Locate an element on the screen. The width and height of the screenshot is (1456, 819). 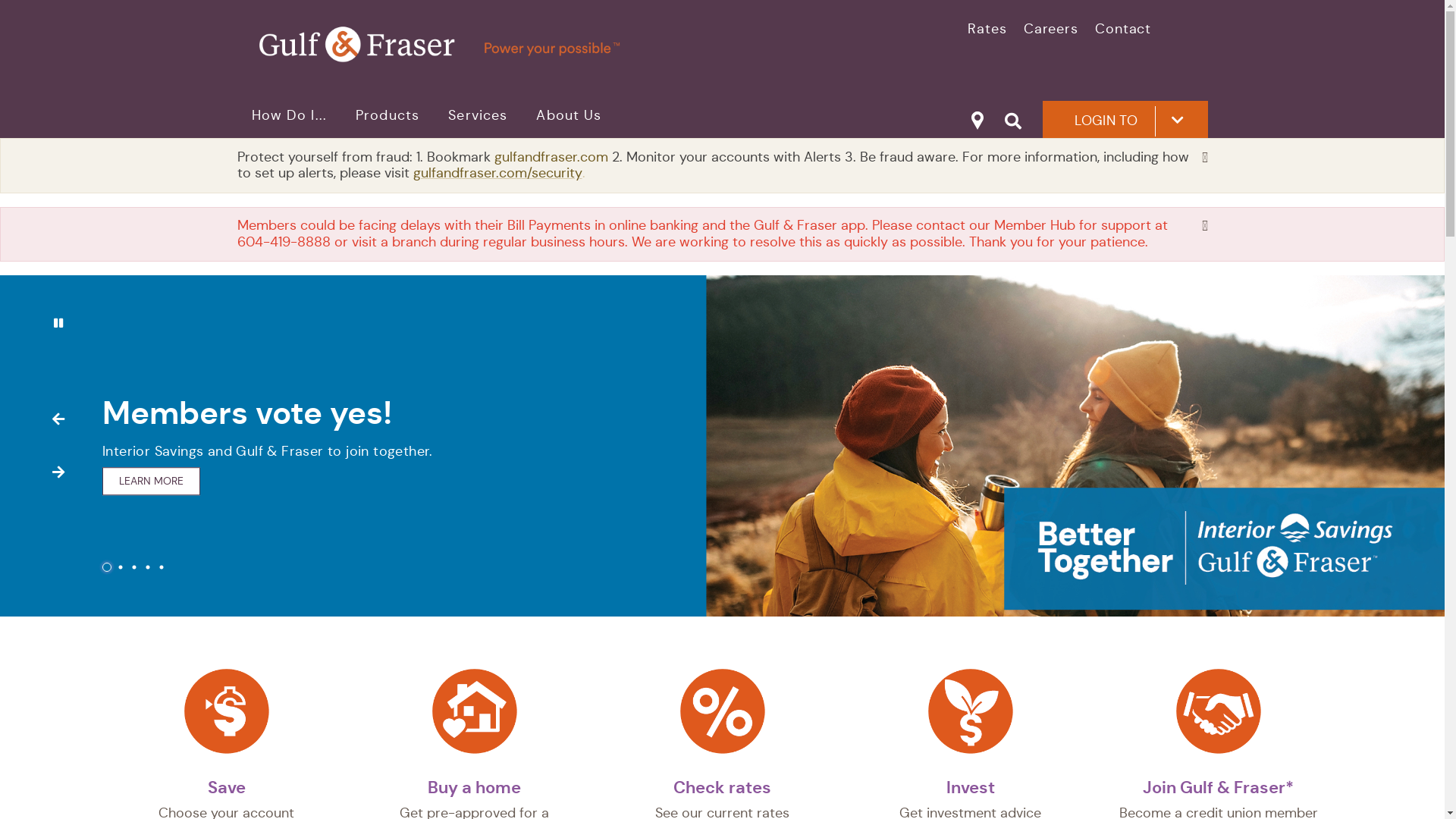
'Check rates' is located at coordinates (721, 786).